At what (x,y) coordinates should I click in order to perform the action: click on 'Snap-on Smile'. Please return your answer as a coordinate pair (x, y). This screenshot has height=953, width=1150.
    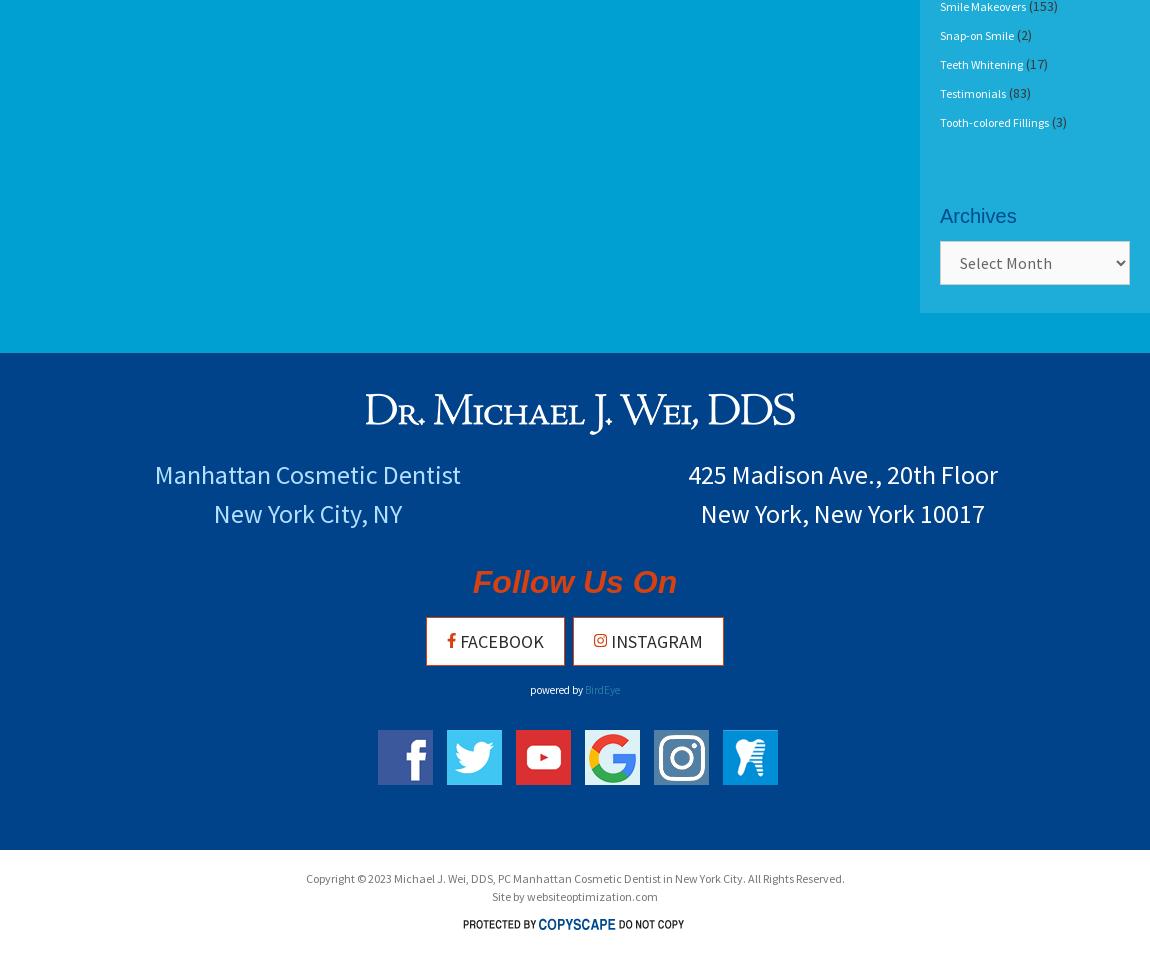
    Looking at the image, I should click on (977, 34).